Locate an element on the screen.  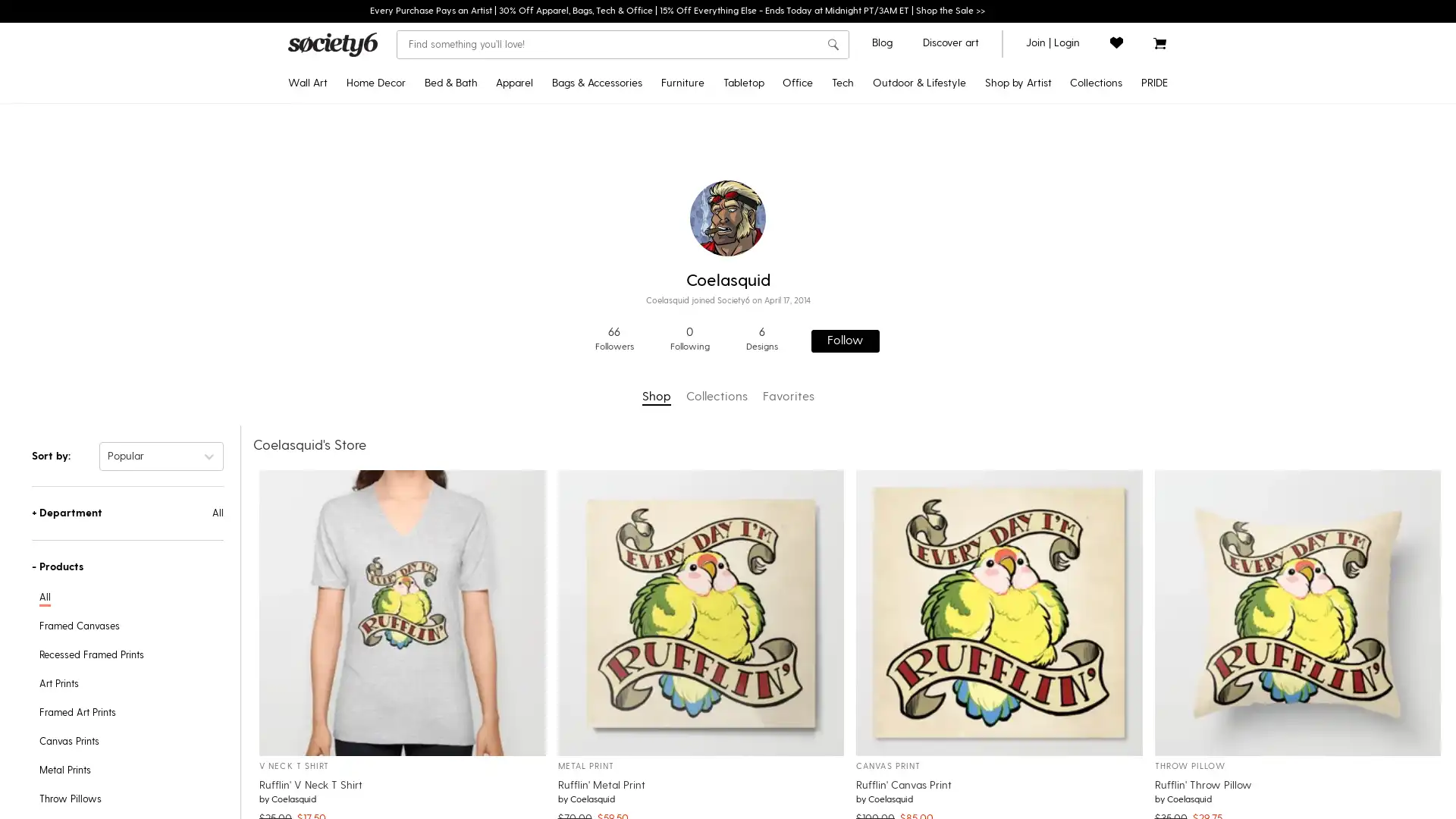
Laptop Skins is located at coordinates (896, 366).